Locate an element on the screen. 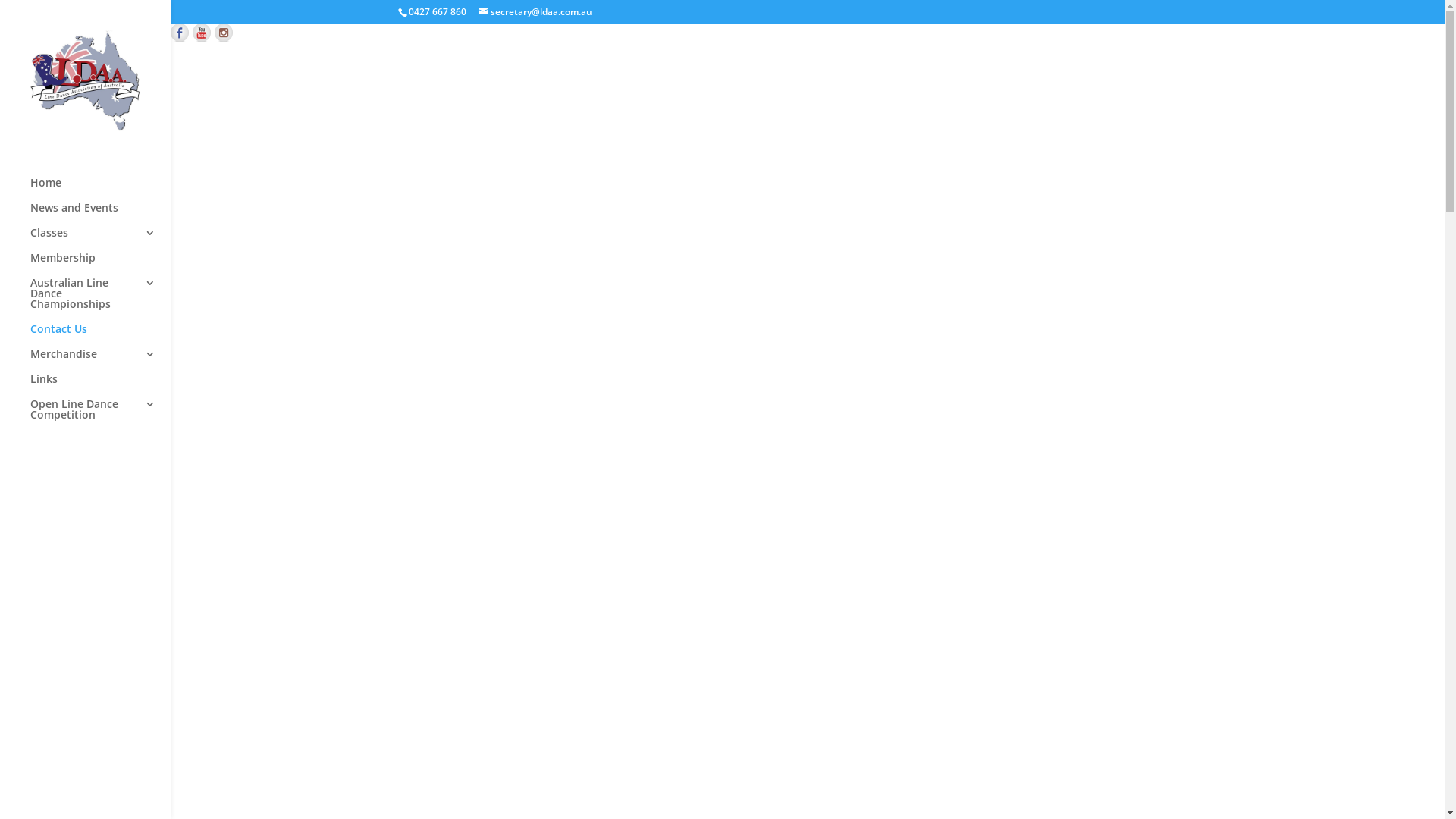 This screenshot has height=819, width=1456. 'Merchandise' is located at coordinates (99, 361).